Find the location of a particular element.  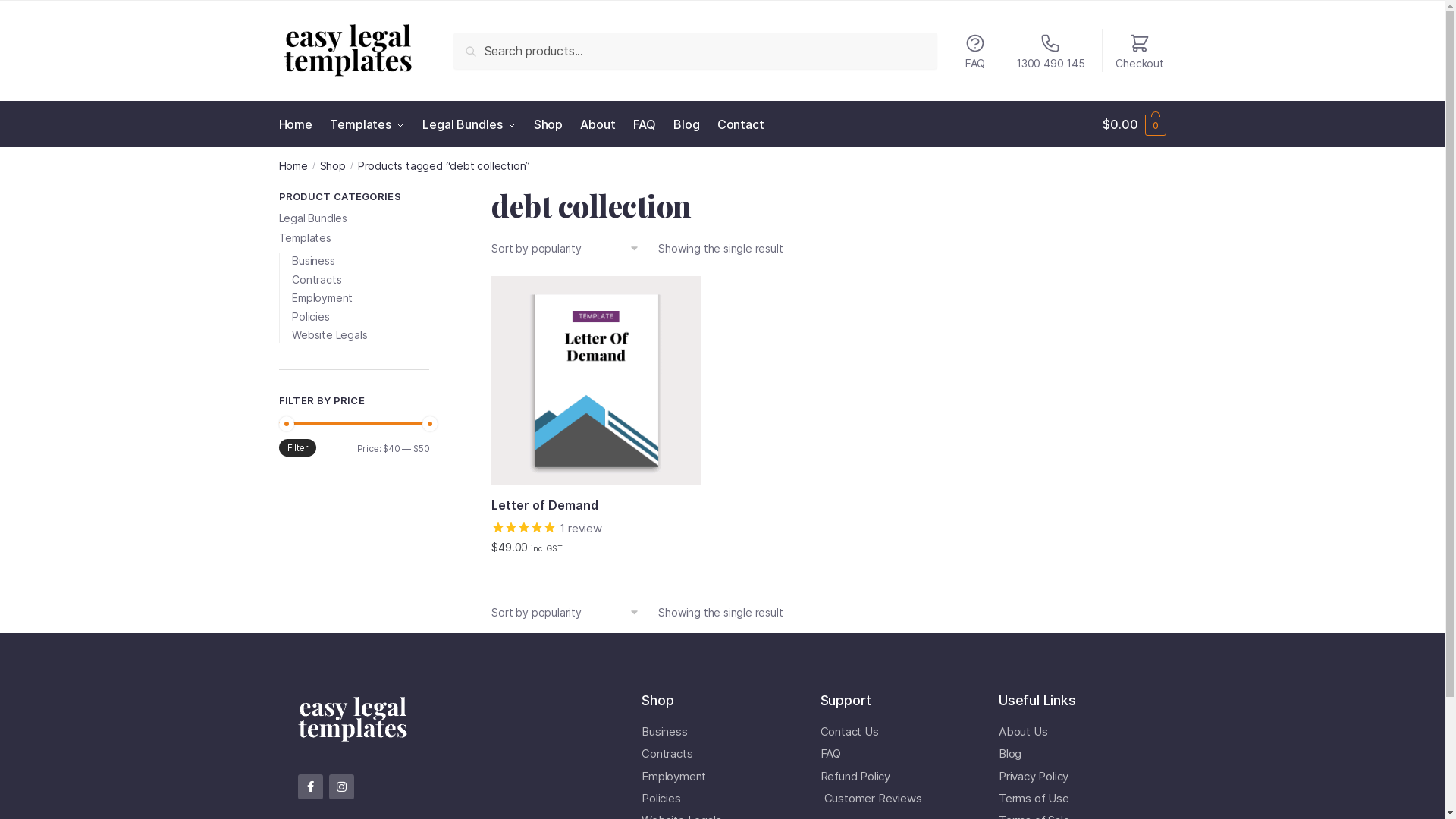

'FAQ' is located at coordinates (644, 124).